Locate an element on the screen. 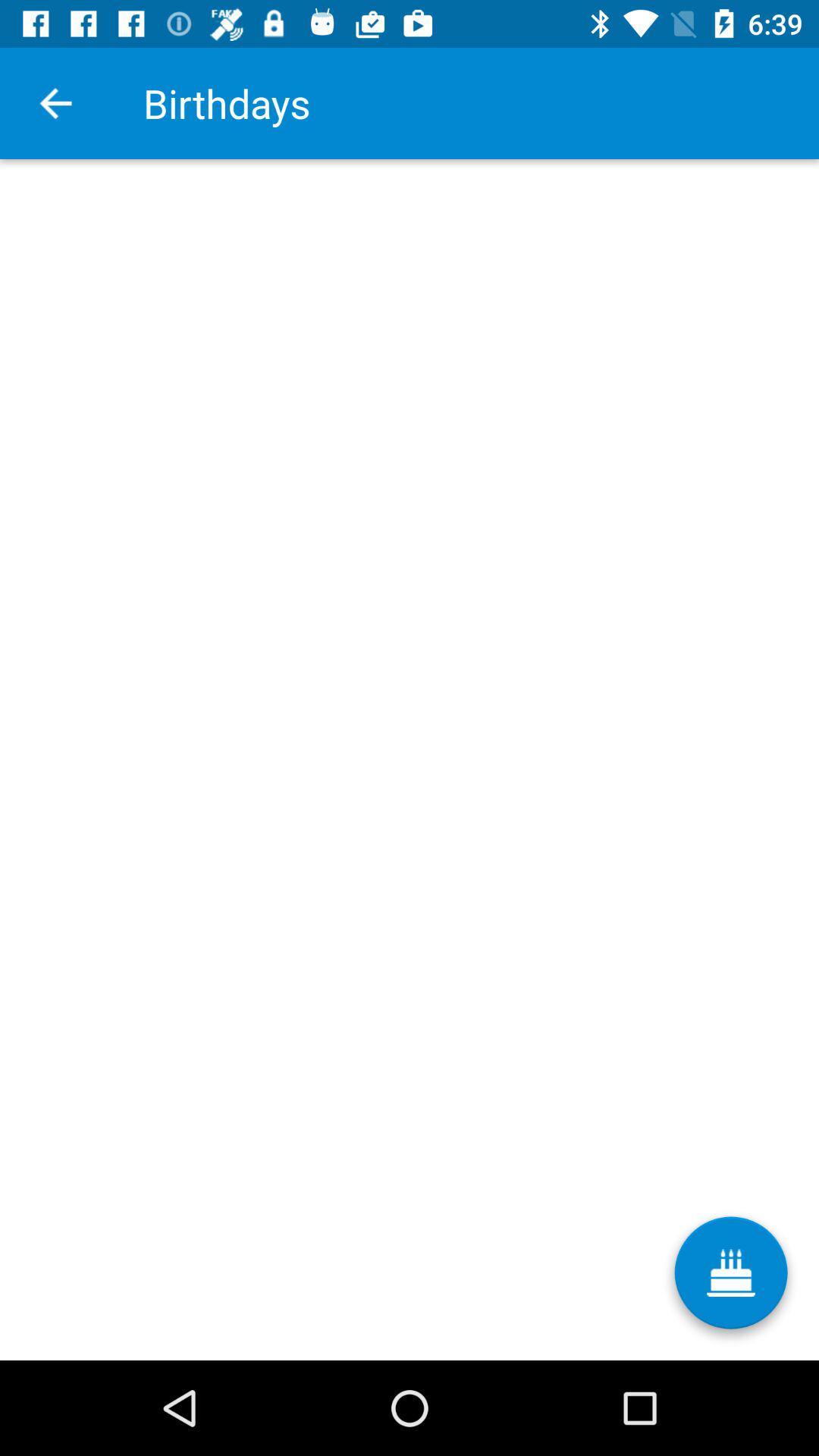 This screenshot has height=1456, width=819. icon below the birthdays item is located at coordinates (730, 1278).